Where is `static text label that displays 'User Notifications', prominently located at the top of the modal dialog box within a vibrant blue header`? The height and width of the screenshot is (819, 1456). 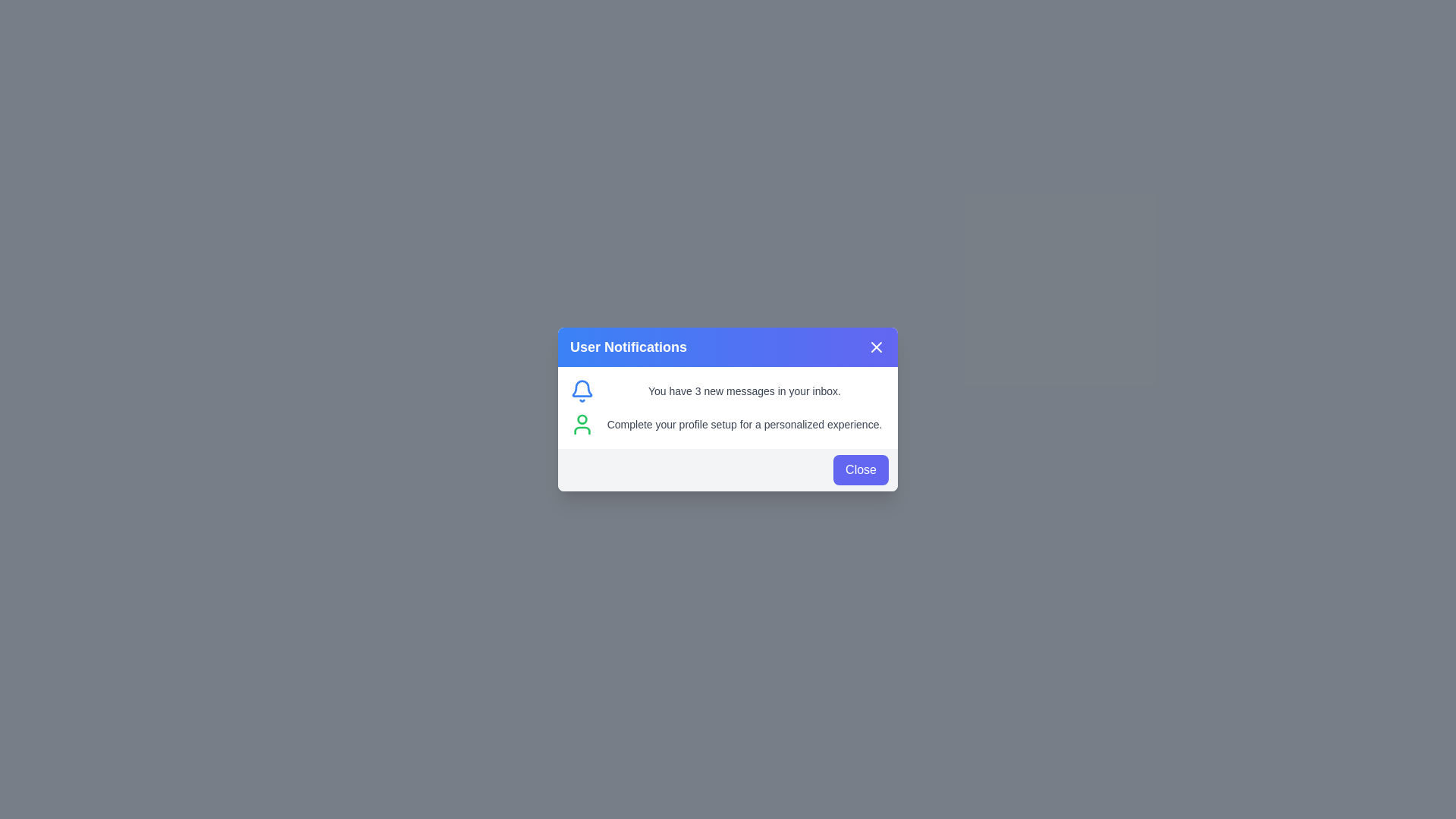
static text label that displays 'User Notifications', prominently located at the top of the modal dialog box within a vibrant blue header is located at coordinates (629, 347).